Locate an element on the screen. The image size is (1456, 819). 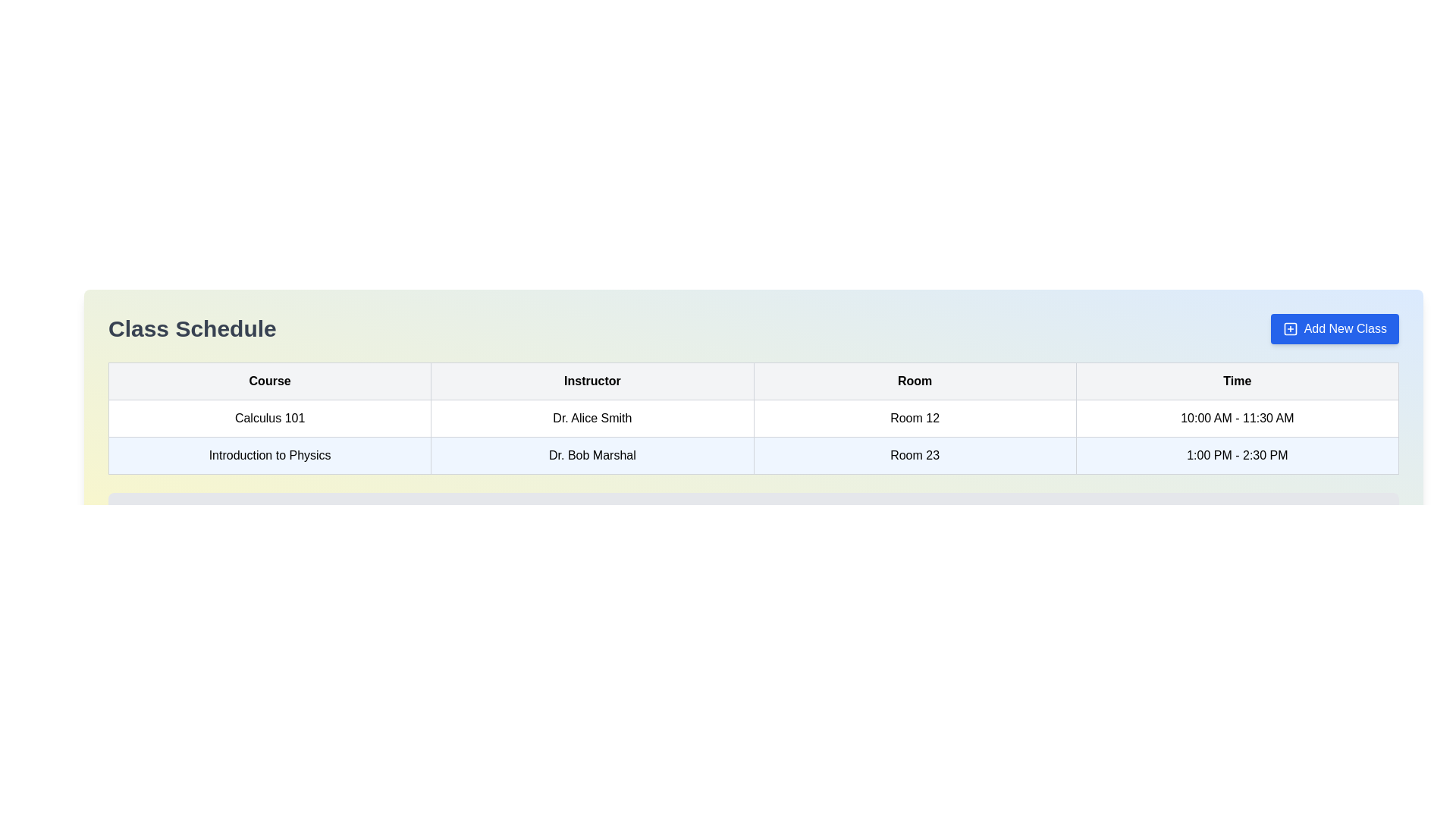
the Text display box that shows '10:00 AM - 11:30 AM' in the 'Time' column for 'Calculus 101' is located at coordinates (1237, 418).